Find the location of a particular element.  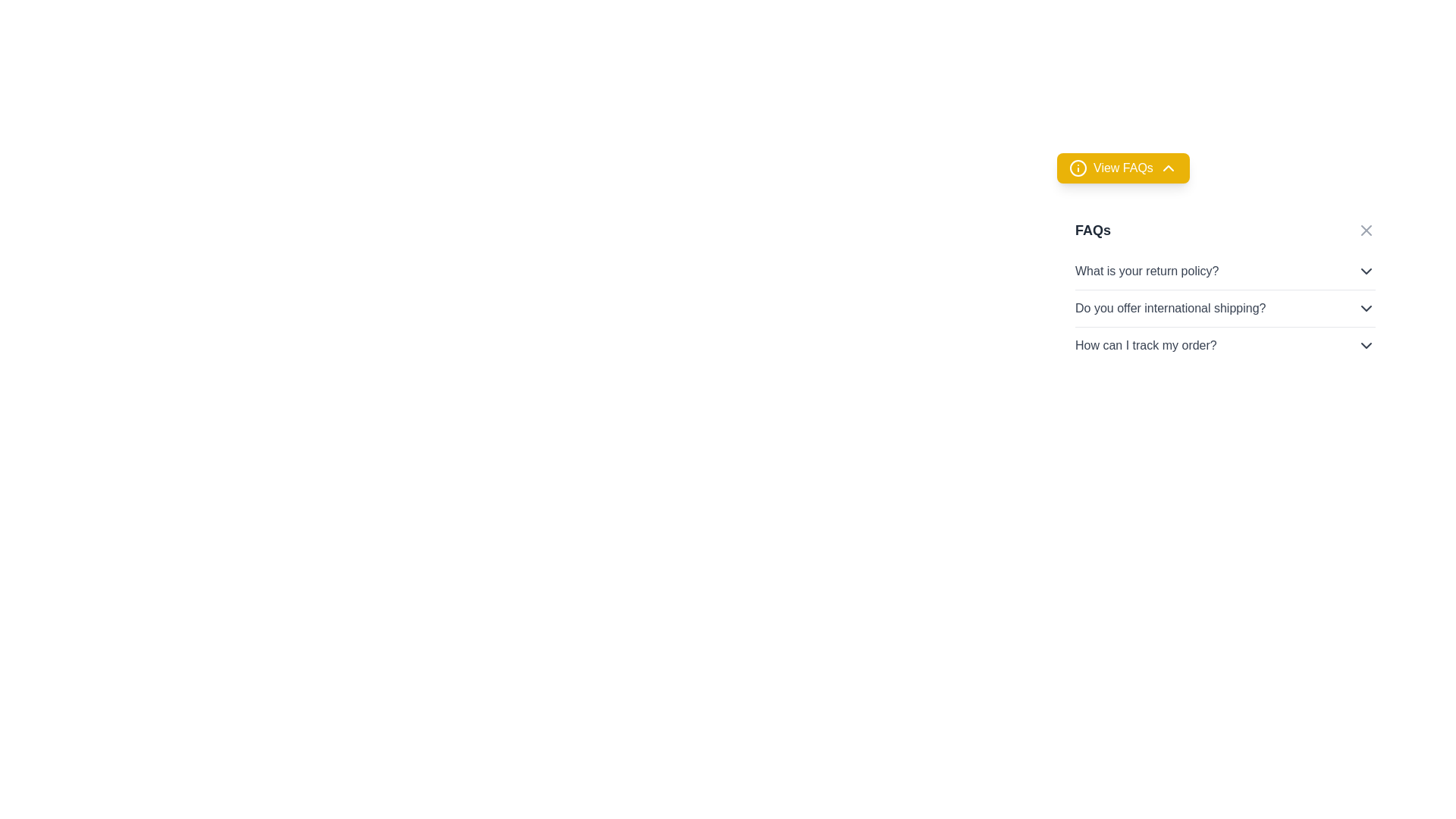

the upward-pointing chevron icon located to the right of the 'View FAQs' text inside the yellow button is located at coordinates (1167, 168).